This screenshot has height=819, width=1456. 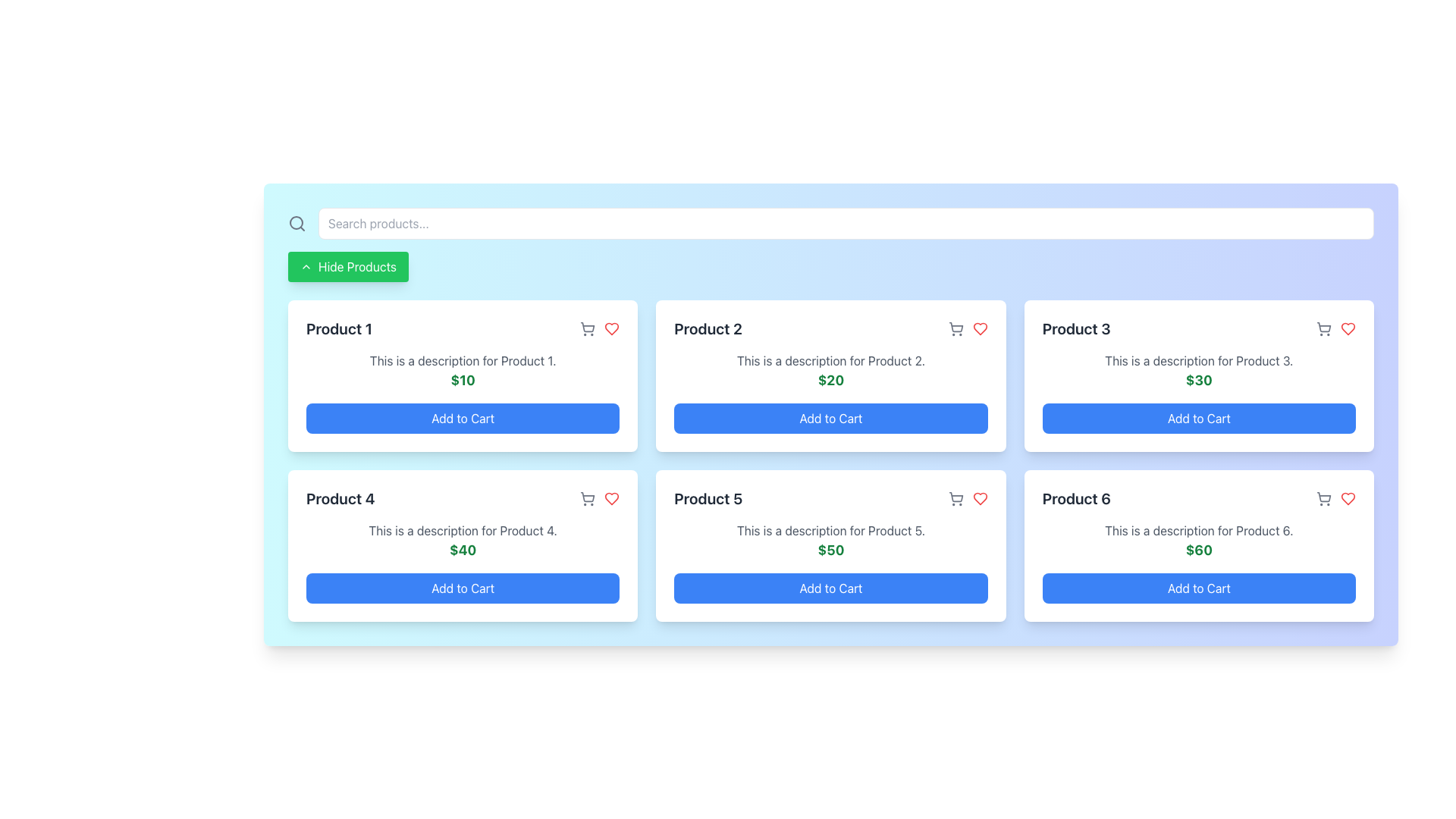 What do you see at coordinates (1198, 379) in the screenshot?
I see `the price label displaying '$30' in bold green text, located within the 'Product 3' card, above the 'Add to Cart' button` at bounding box center [1198, 379].